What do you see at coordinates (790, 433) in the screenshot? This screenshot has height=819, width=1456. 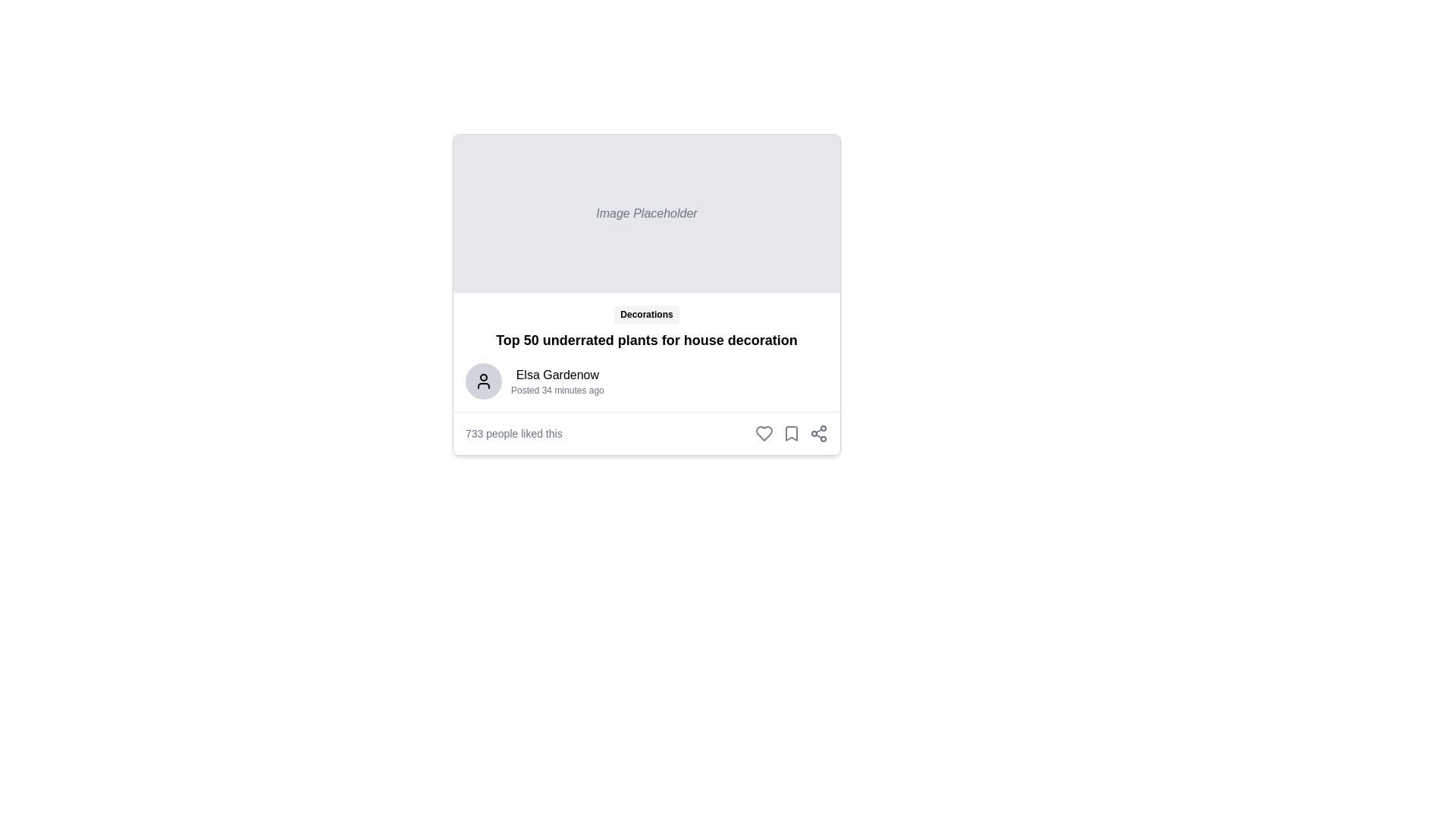 I see `the bookmark button located in the bottom-right corner of the card interface to bookmark the content` at bounding box center [790, 433].